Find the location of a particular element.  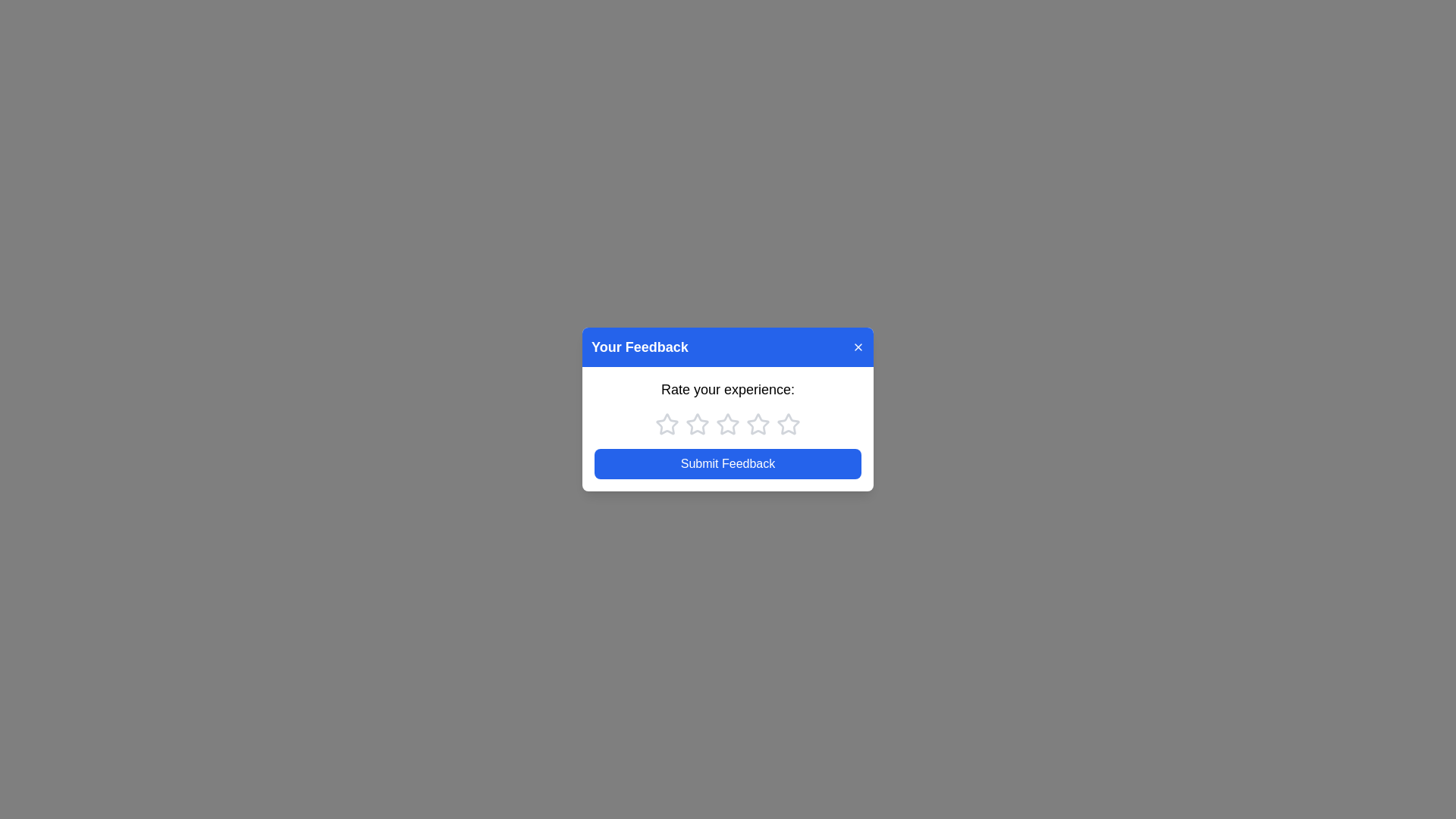

the star corresponding to the rating 4 is located at coordinates (758, 424).